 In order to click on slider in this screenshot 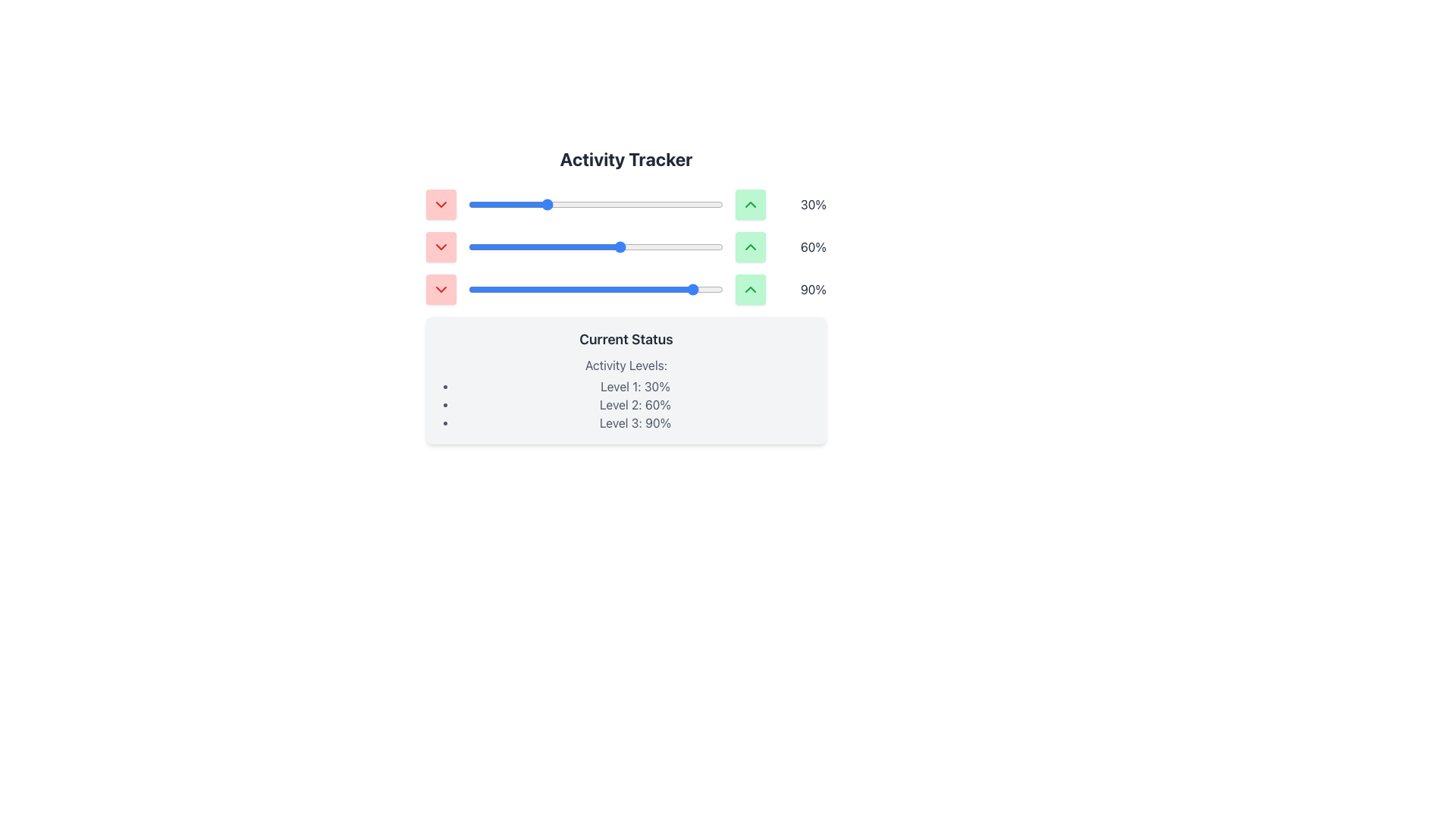, I will do `click(654, 205)`.